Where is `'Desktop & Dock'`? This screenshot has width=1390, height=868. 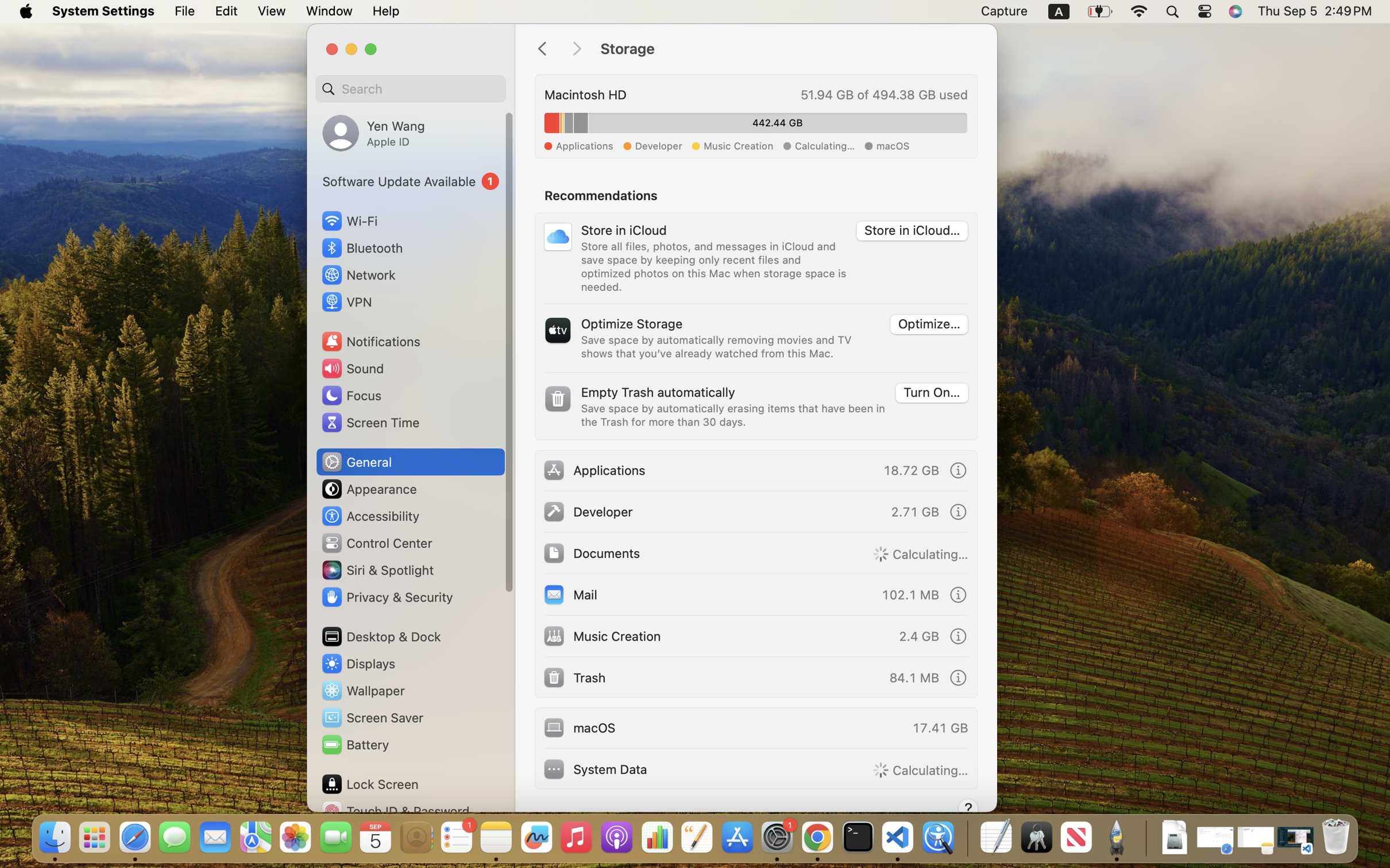
'Desktop & Dock' is located at coordinates (380, 636).